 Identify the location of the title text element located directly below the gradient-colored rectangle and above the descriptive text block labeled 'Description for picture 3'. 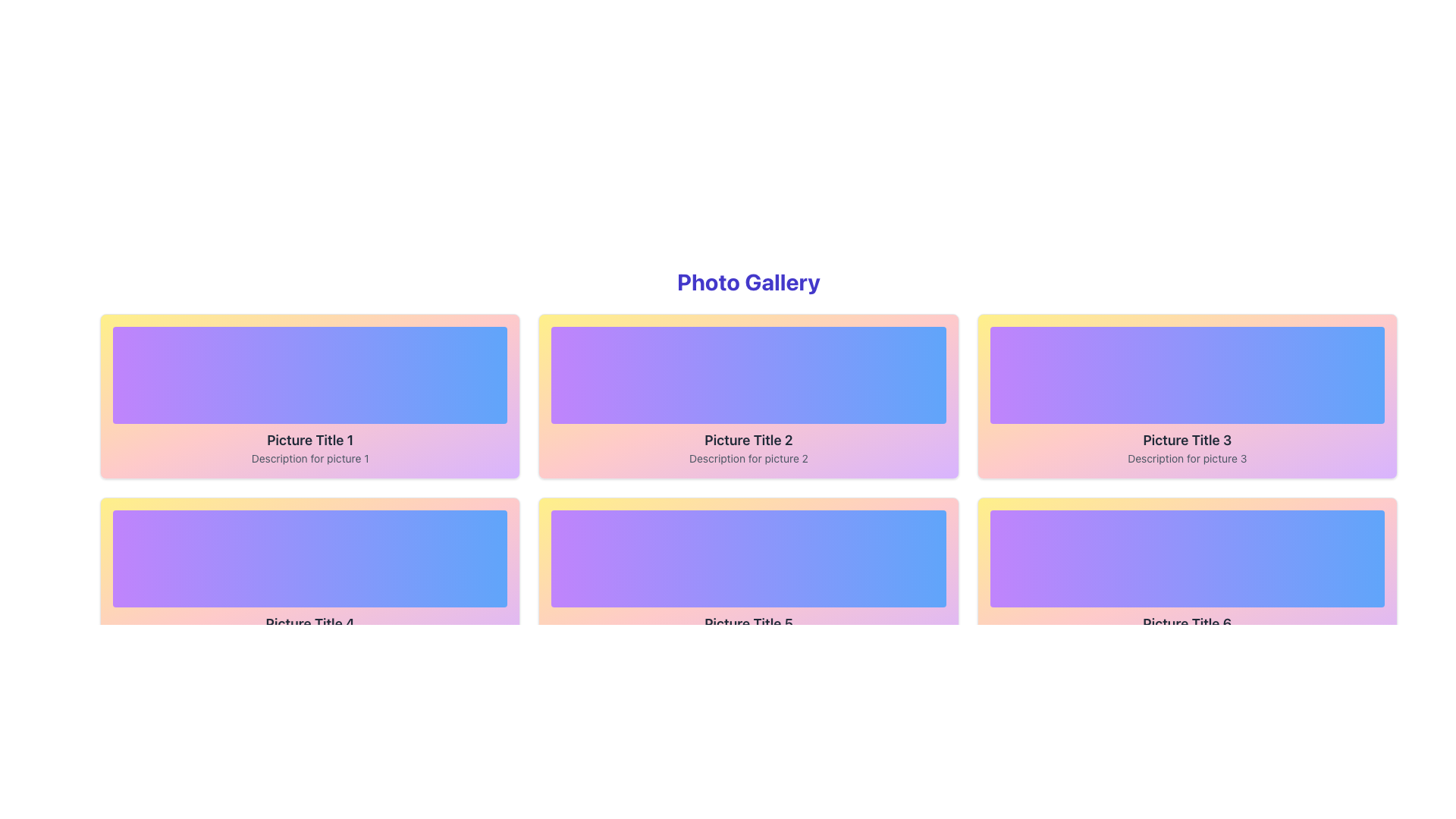
(1186, 441).